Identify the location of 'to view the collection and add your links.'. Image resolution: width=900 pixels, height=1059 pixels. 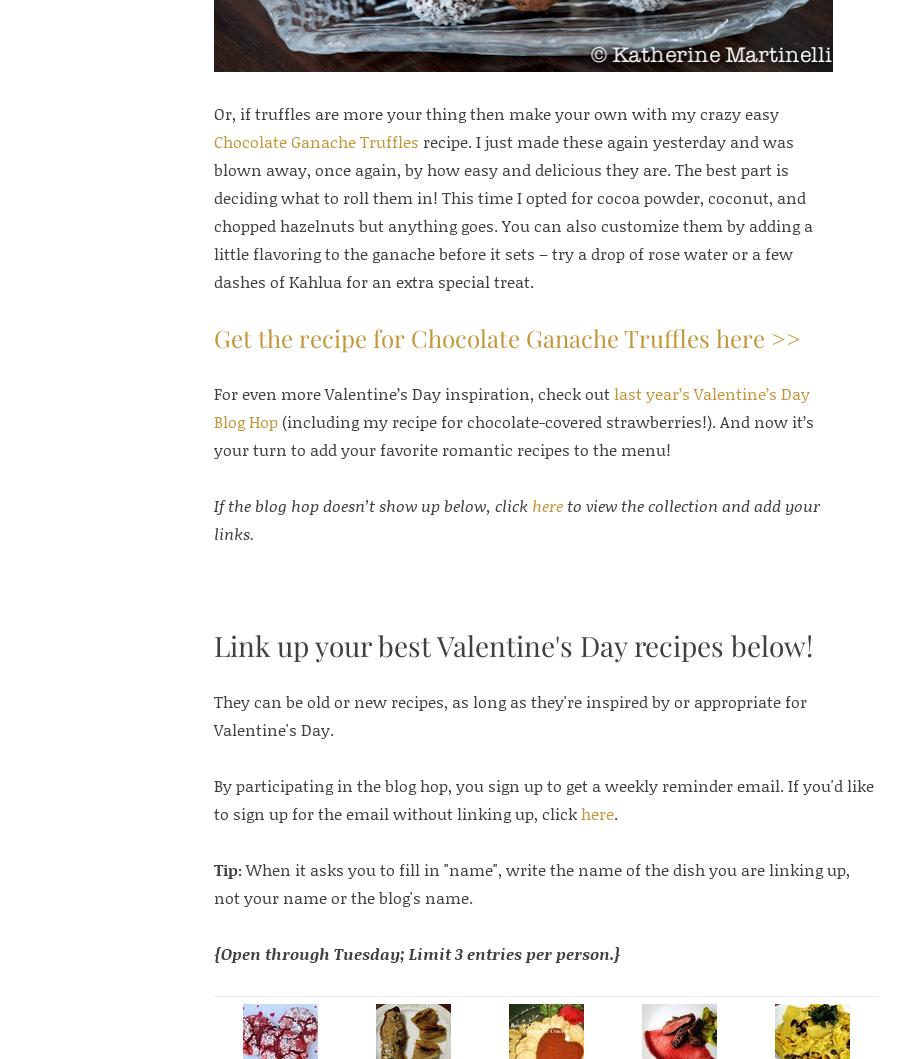
(514, 518).